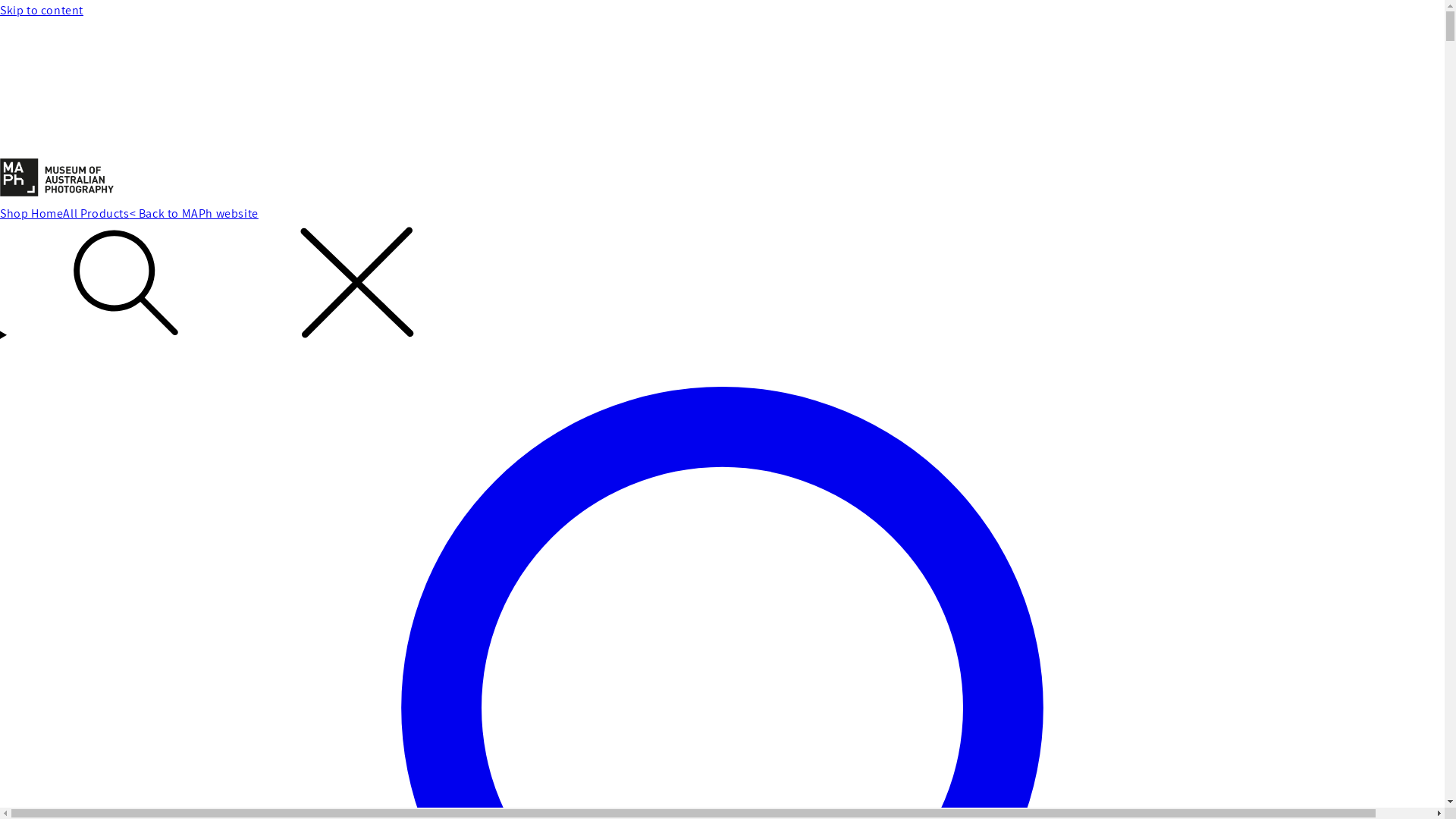 The width and height of the screenshot is (1456, 819). Describe the element at coordinates (721, 11) in the screenshot. I see `'Skip to content'` at that location.